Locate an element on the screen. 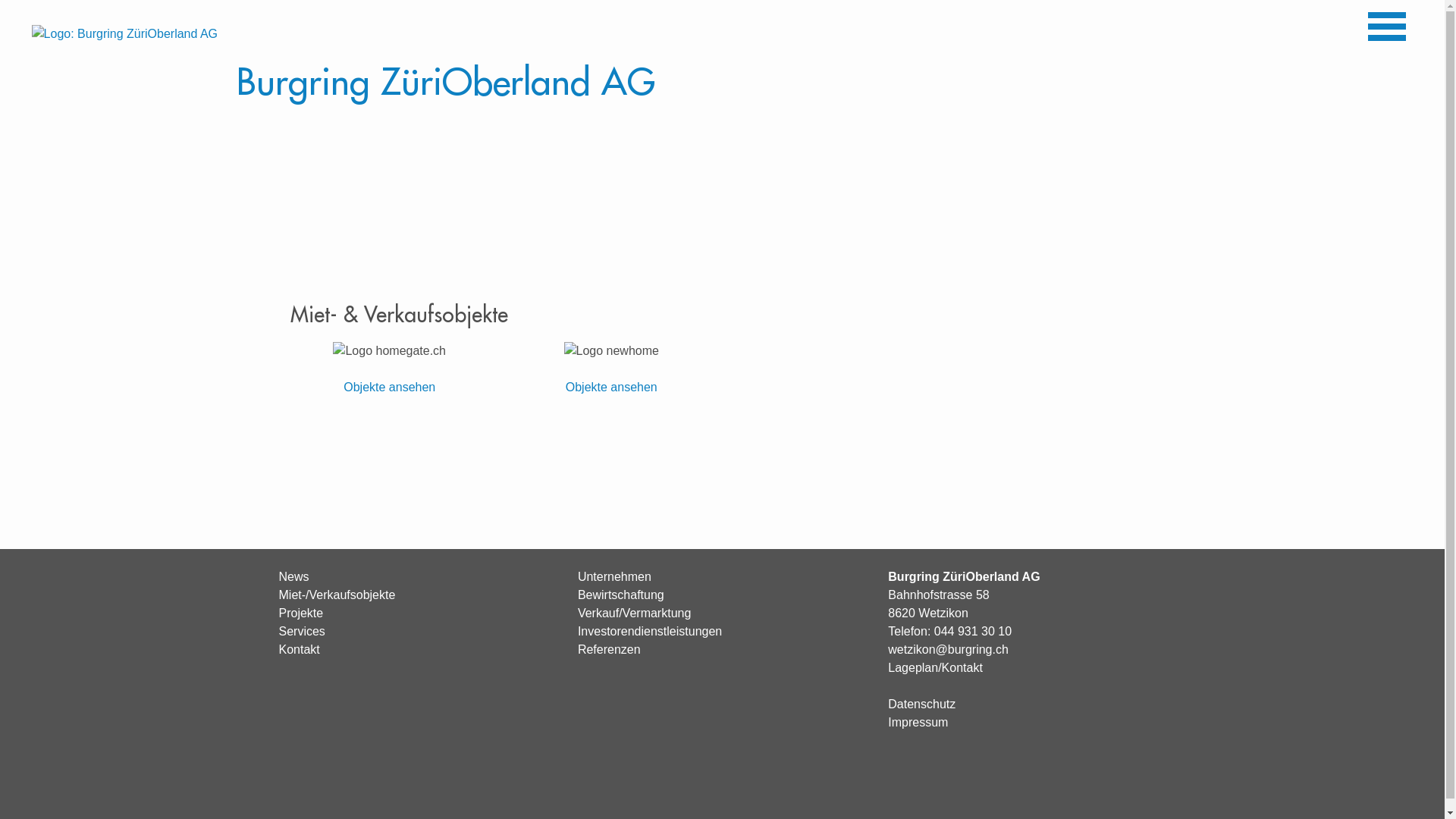  'Projekte' is located at coordinates (301, 612).